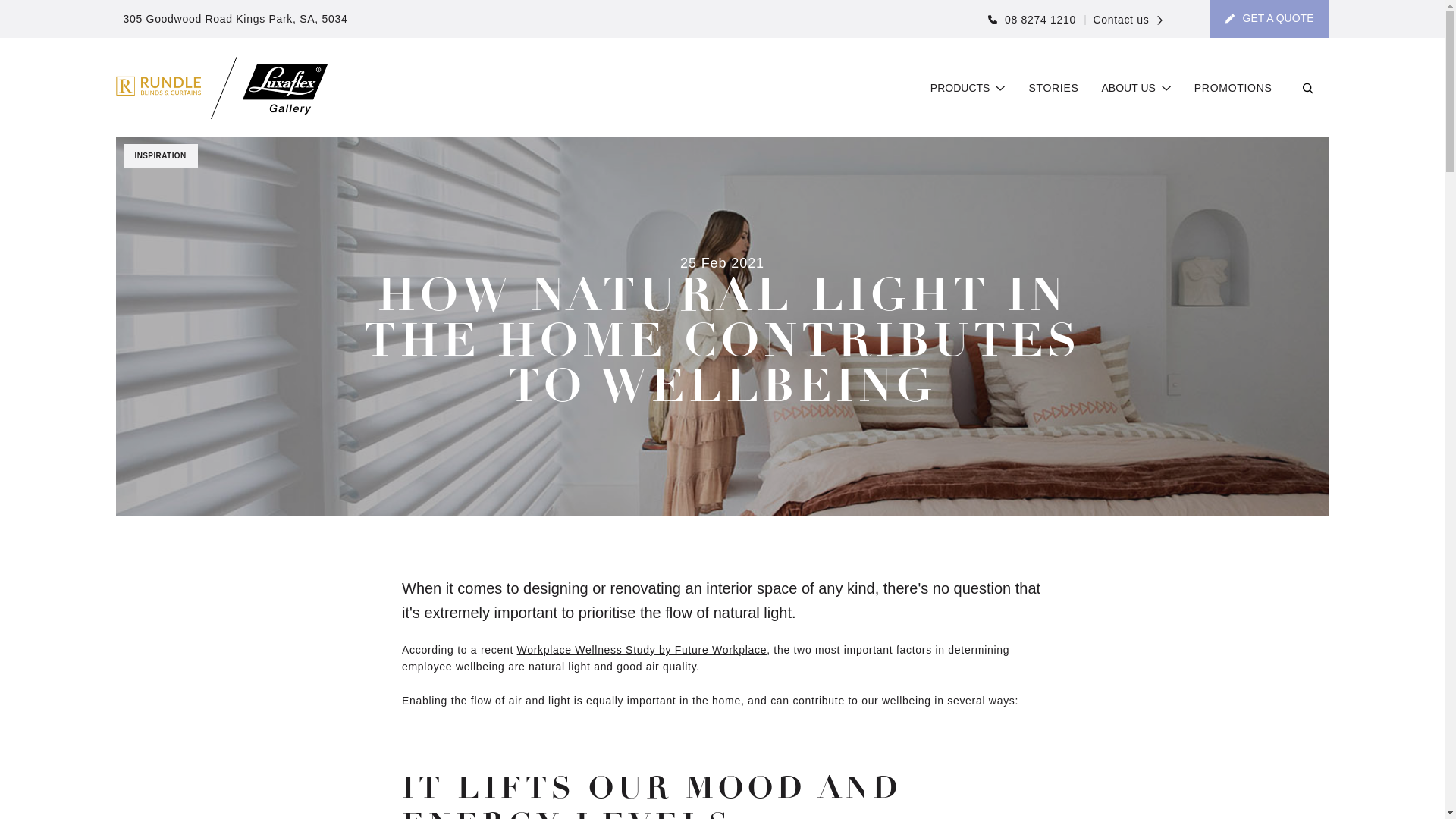  What do you see at coordinates (1123, 20) in the screenshot?
I see `'Contact us'` at bounding box center [1123, 20].